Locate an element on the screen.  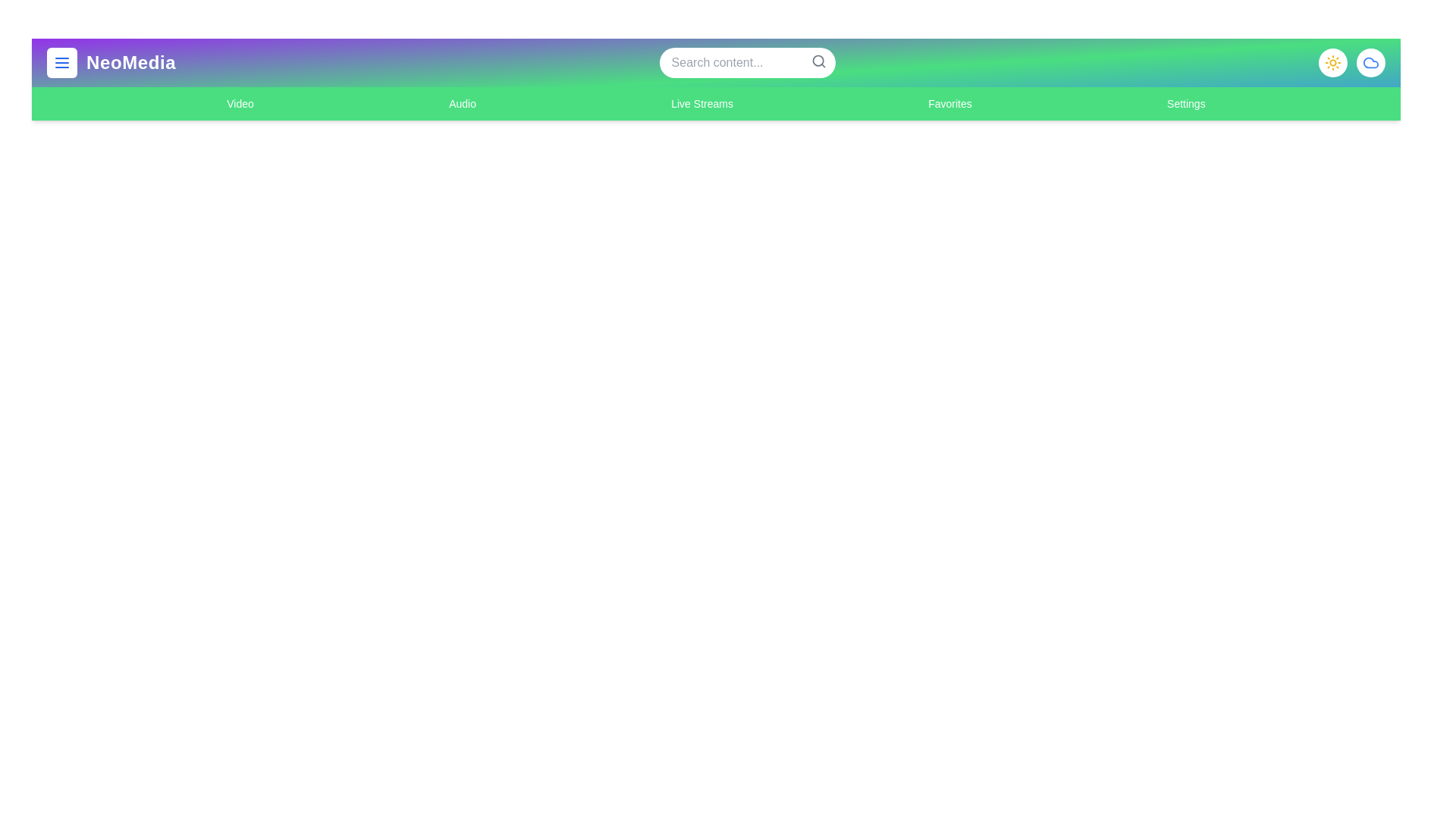
the navigation link for Audio to switch to that section is located at coordinates (461, 103).